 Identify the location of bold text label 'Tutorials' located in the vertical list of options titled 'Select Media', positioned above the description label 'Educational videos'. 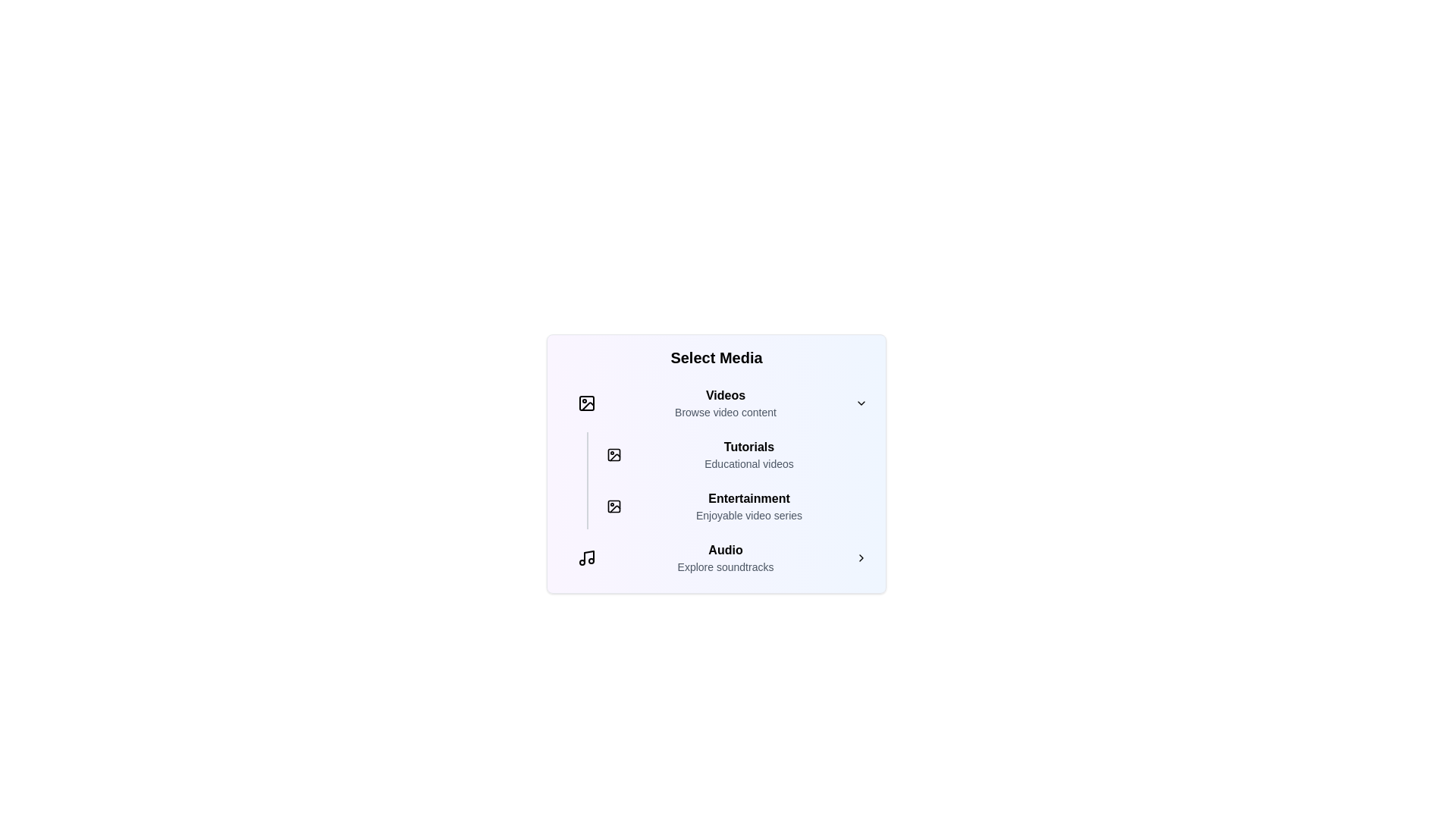
(749, 447).